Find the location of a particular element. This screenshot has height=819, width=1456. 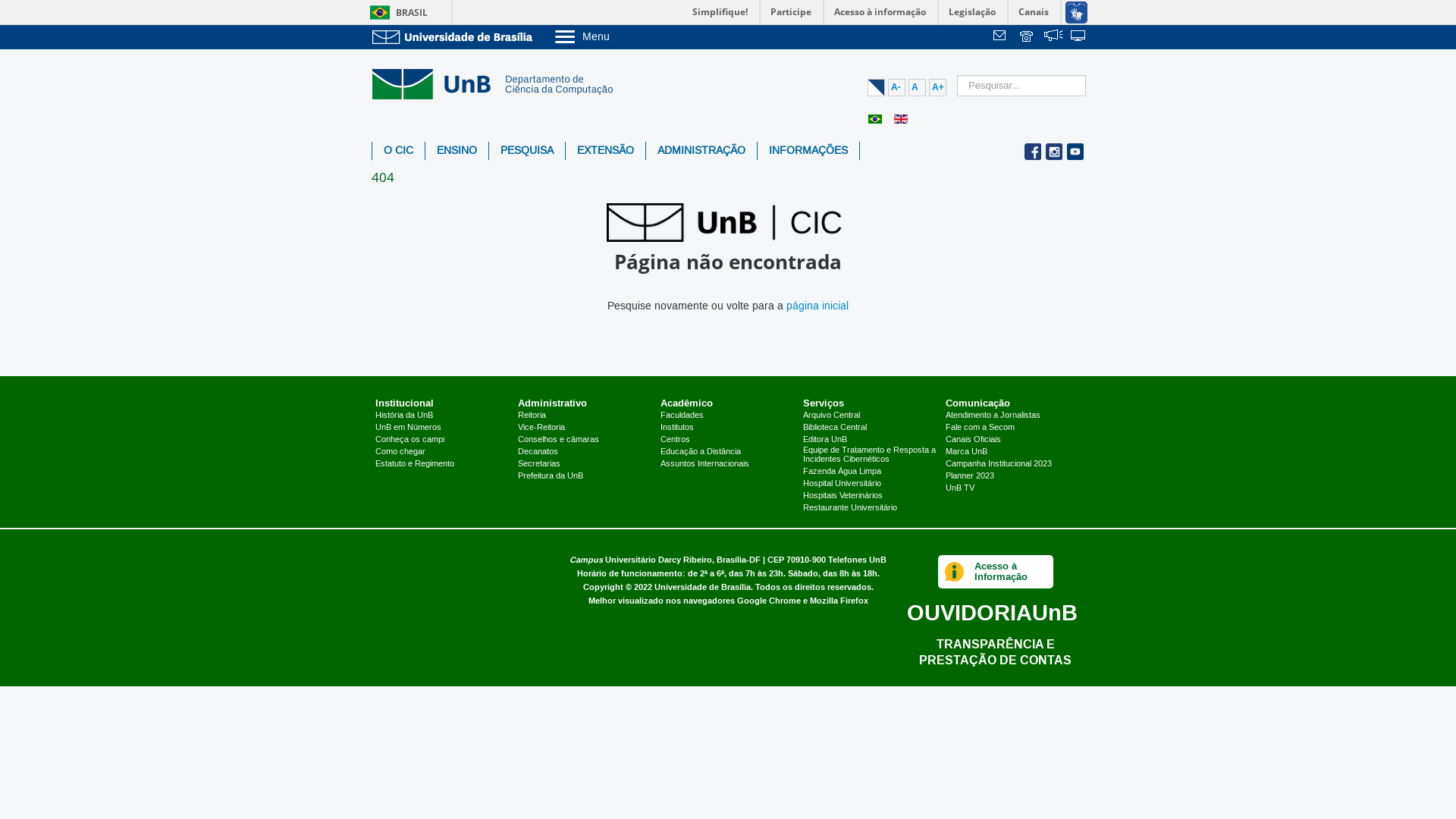

'Decanatos' is located at coordinates (538, 451).